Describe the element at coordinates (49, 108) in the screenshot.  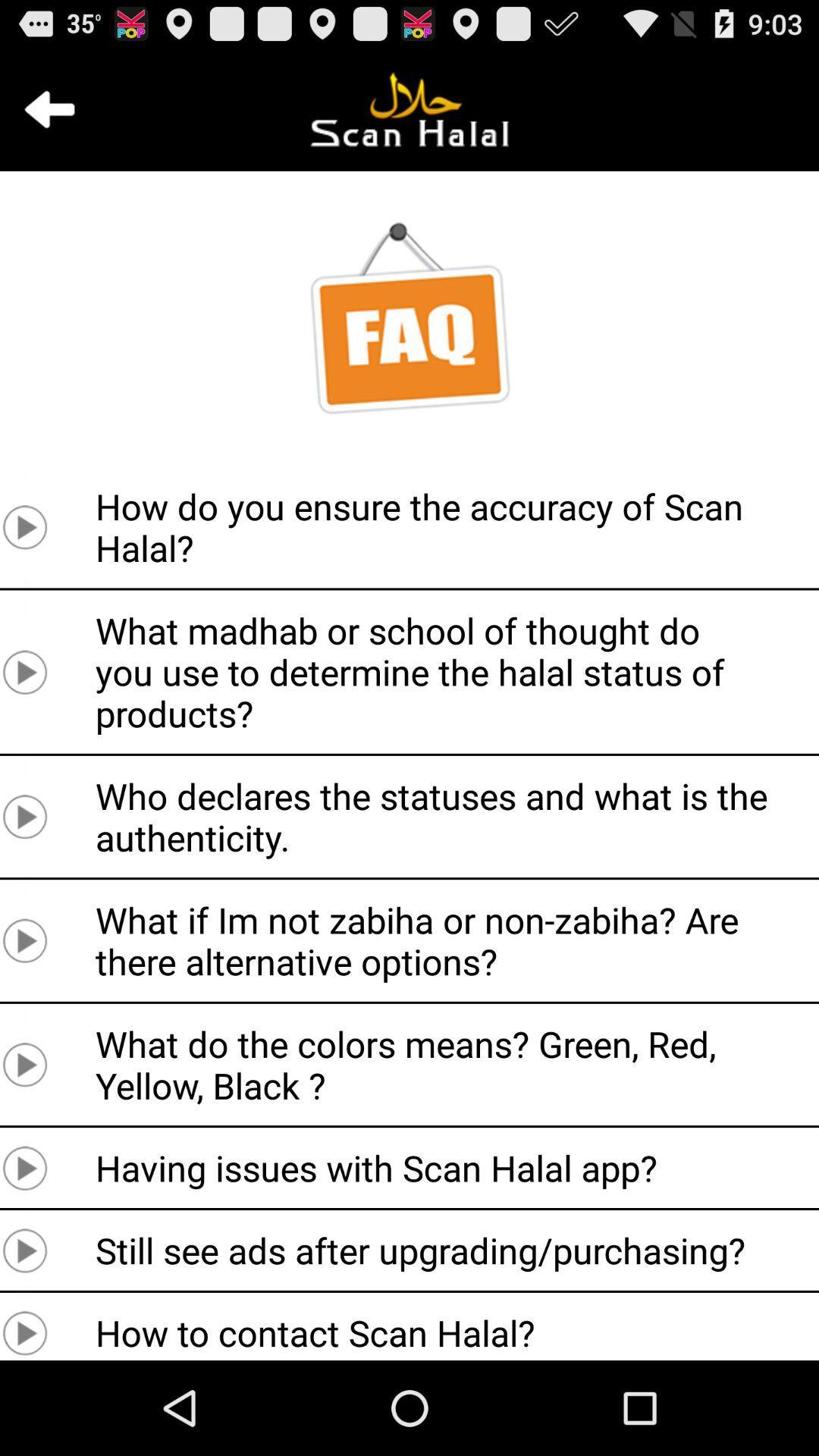
I see `the back arrow` at that location.